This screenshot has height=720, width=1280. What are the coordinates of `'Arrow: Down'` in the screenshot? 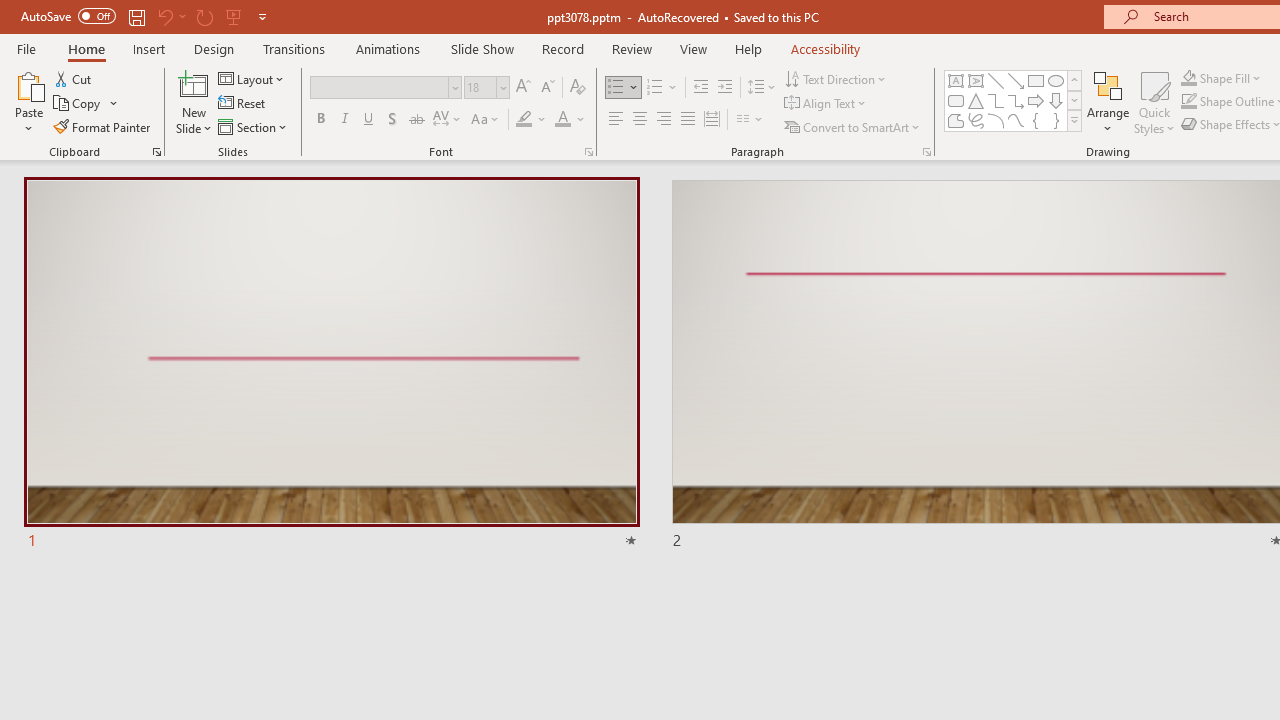 It's located at (1055, 100).